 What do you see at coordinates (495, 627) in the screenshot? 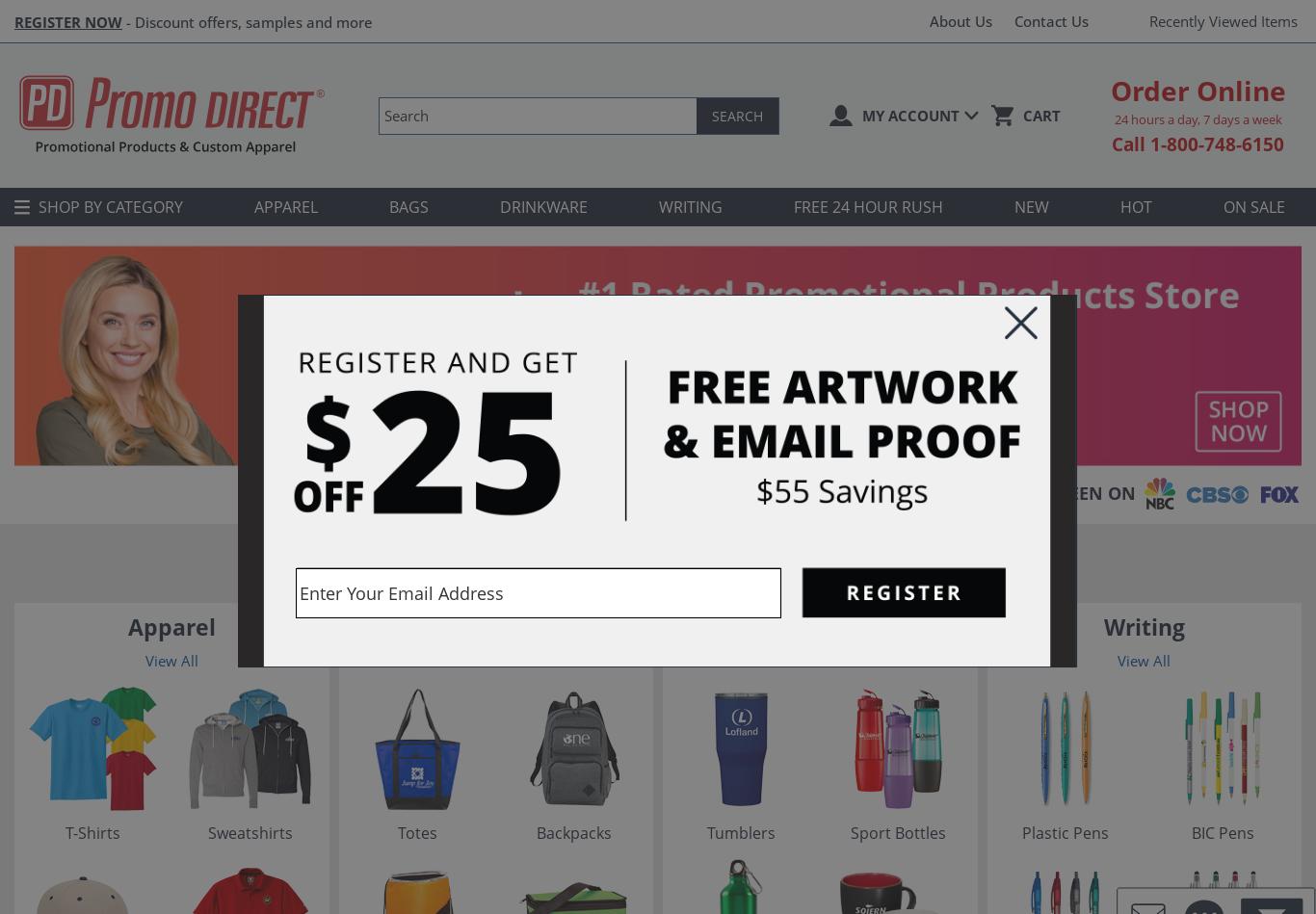
I see `'Bags'` at bounding box center [495, 627].